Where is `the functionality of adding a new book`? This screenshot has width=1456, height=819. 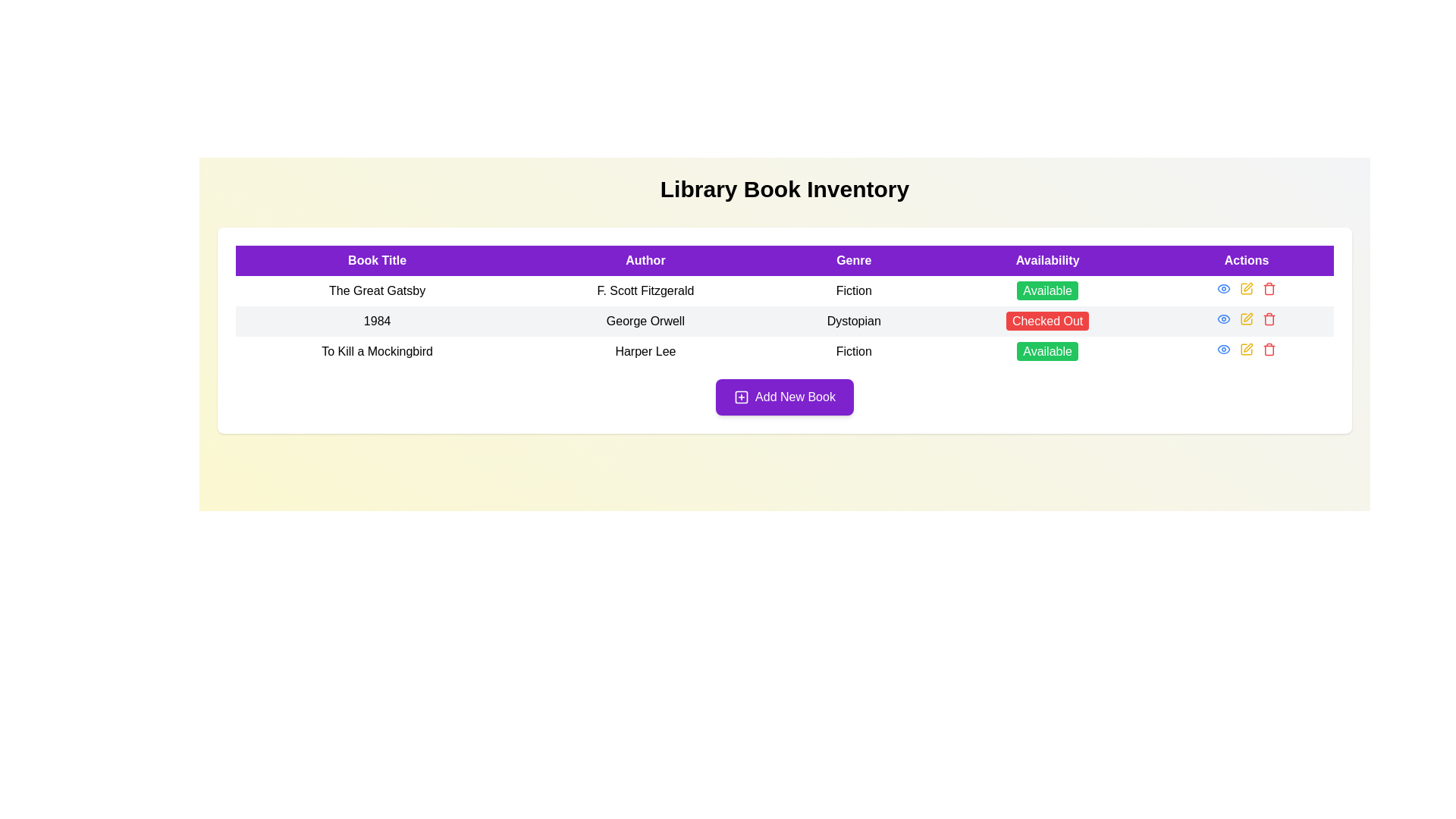 the functionality of adding a new book is located at coordinates (742, 397).